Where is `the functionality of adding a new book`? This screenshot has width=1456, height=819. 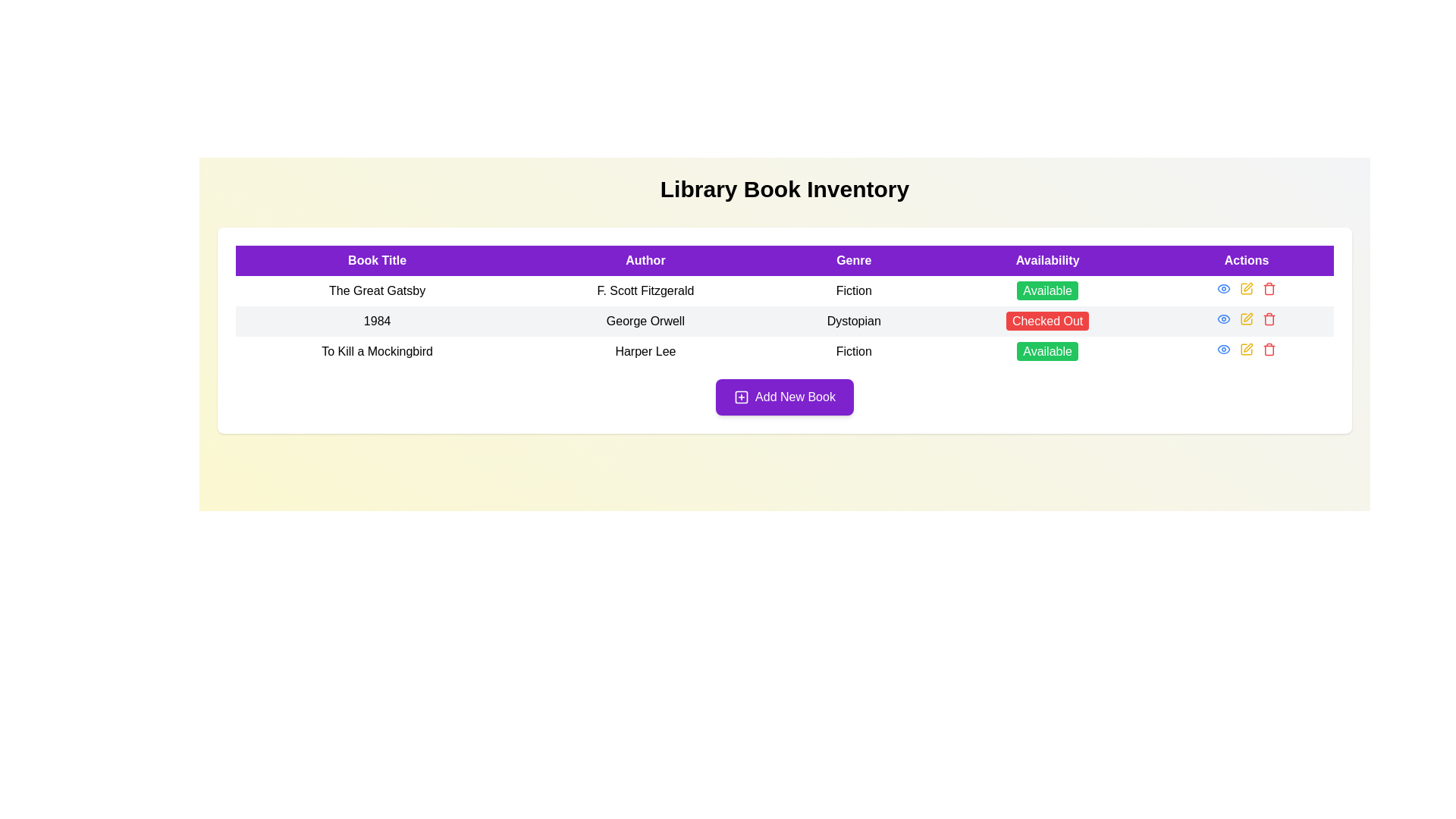 the functionality of adding a new book is located at coordinates (742, 397).